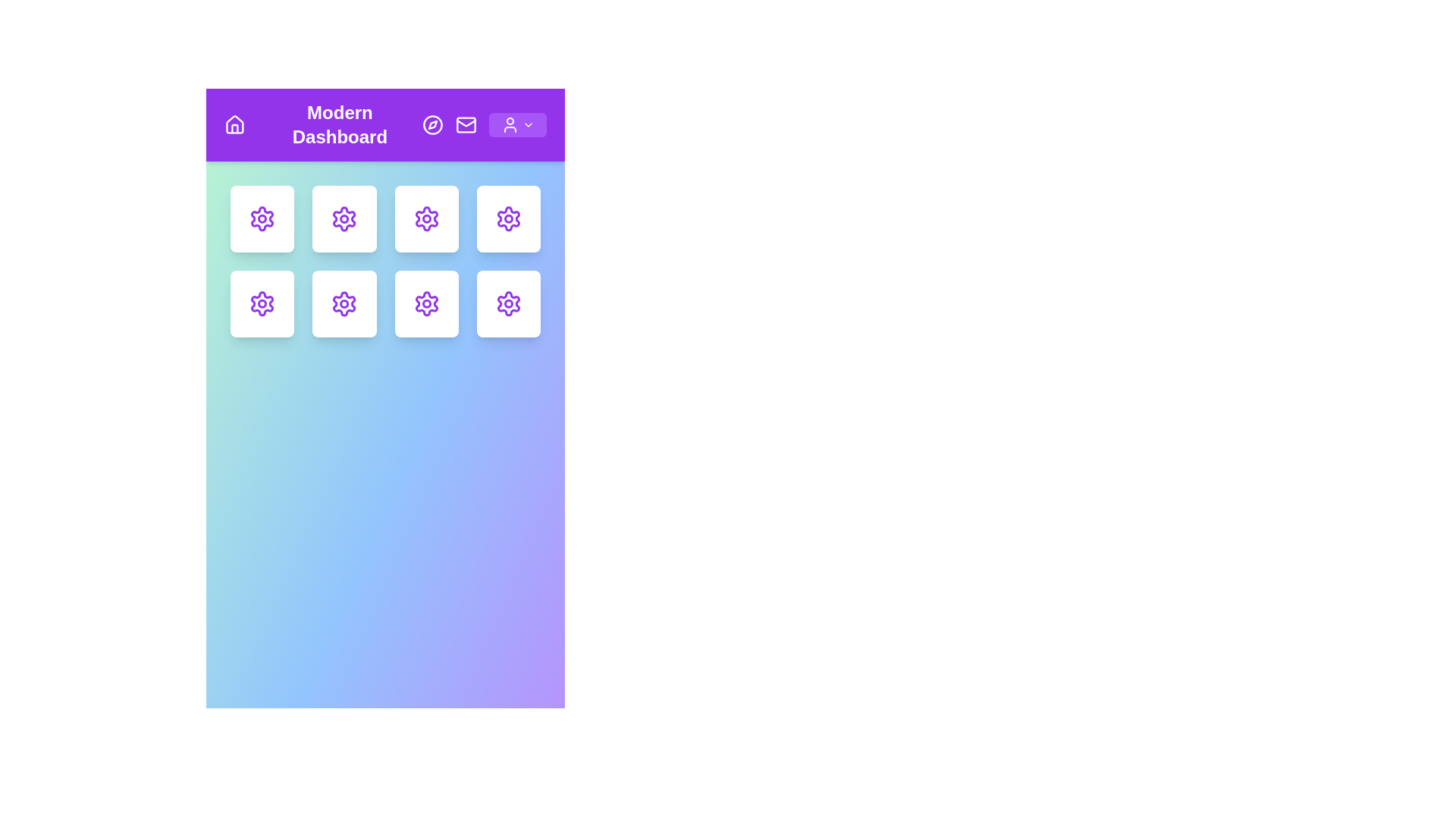 Image resolution: width=1456 pixels, height=819 pixels. I want to click on the Mail navigation icon, so click(465, 124).